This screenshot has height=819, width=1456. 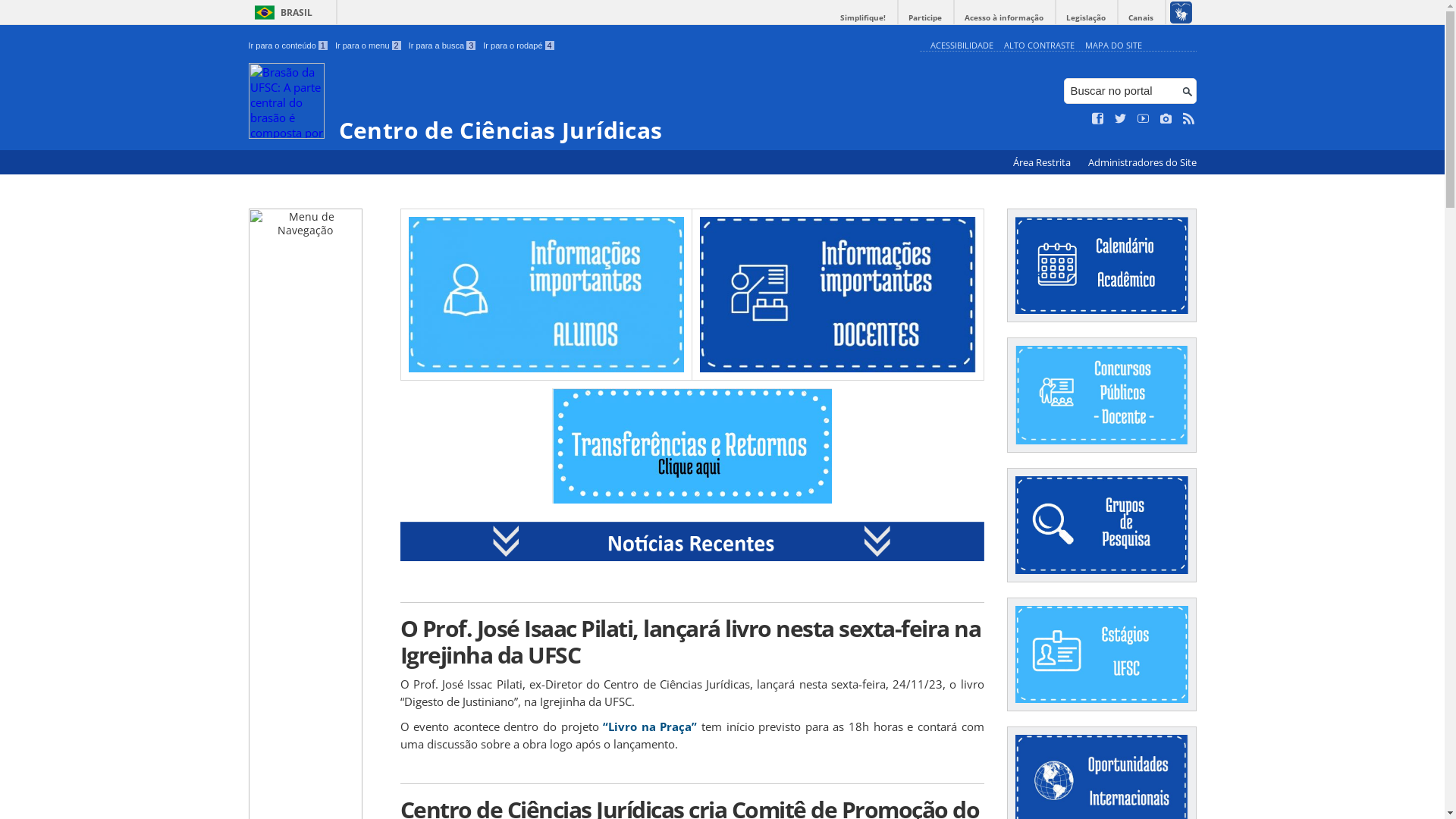 What do you see at coordinates (1159, 118) in the screenshot?
I see `'Veja no Instagram'` at bounding box center [1159, 118].